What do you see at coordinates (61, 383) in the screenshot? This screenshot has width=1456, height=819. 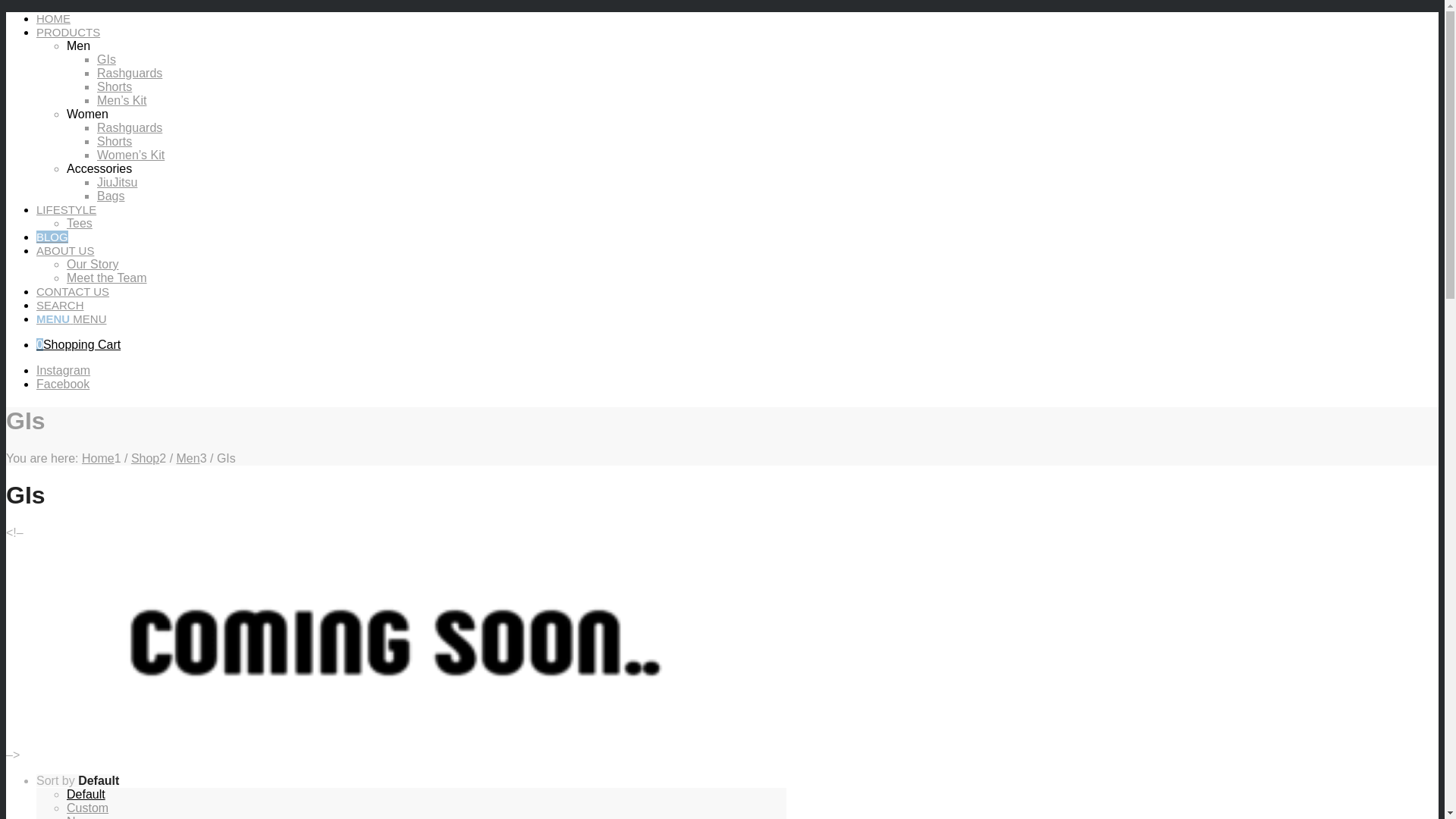 I see `'Facebook'` at bounding box center [61, 383].